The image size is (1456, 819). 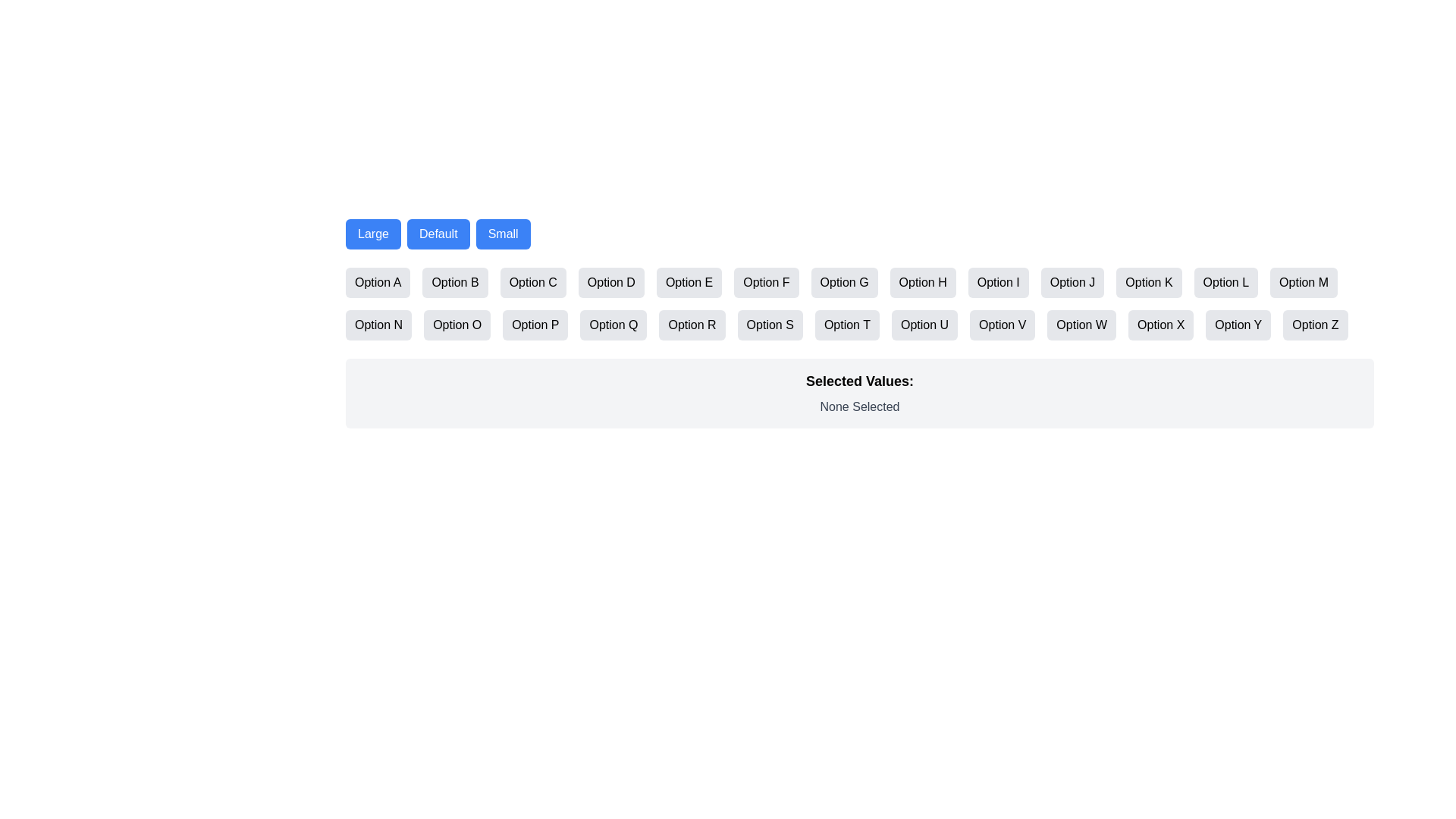 What do you see at coordinates (378, 283) in the screenshot?
I see `the rectangular button labeled 'Option A' with a light gray background and rounded corners` at bounding box center [378, 283].